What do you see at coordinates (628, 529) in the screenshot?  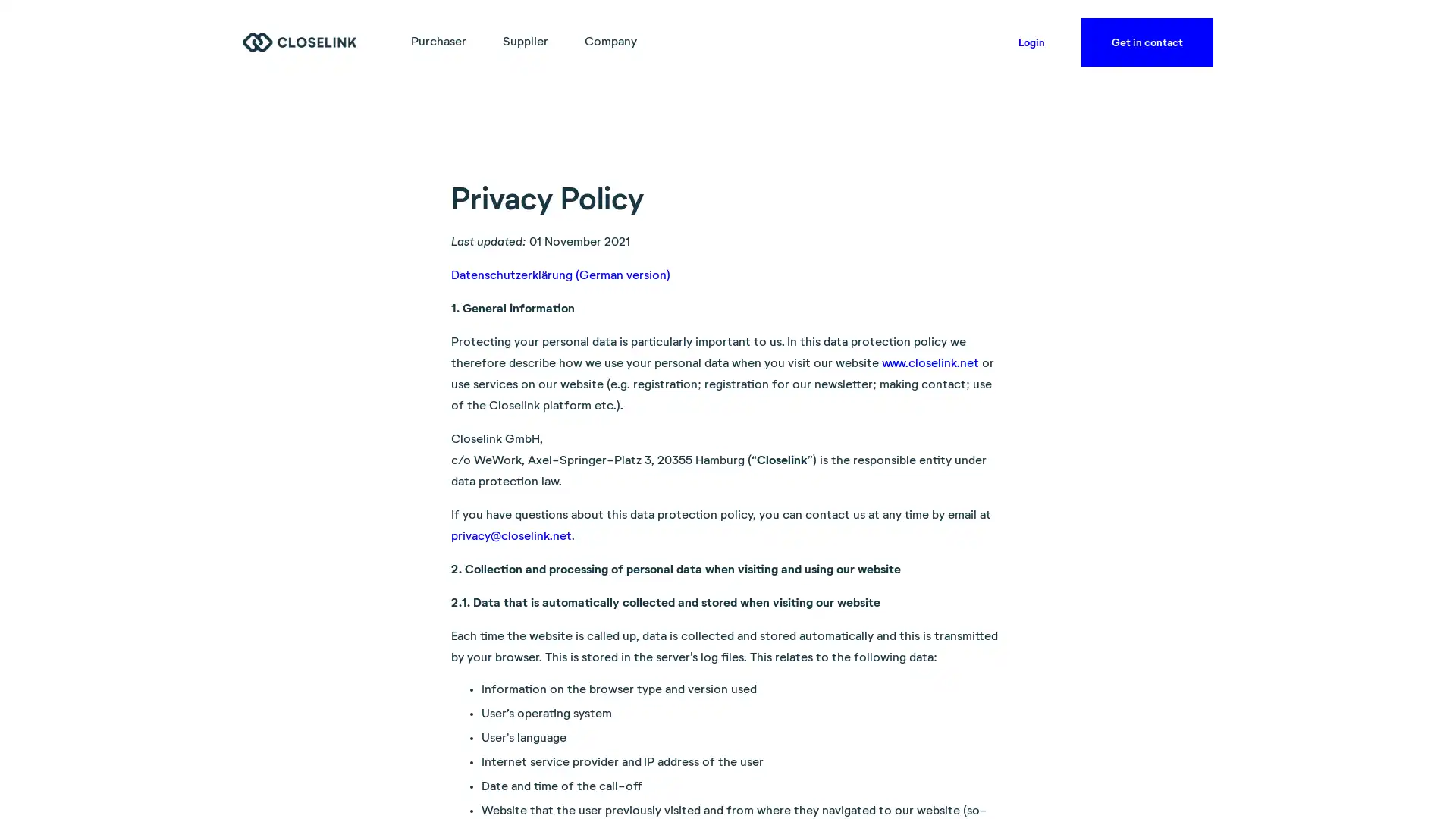 I see `Accept necessary` at bounding box center [628, 529].